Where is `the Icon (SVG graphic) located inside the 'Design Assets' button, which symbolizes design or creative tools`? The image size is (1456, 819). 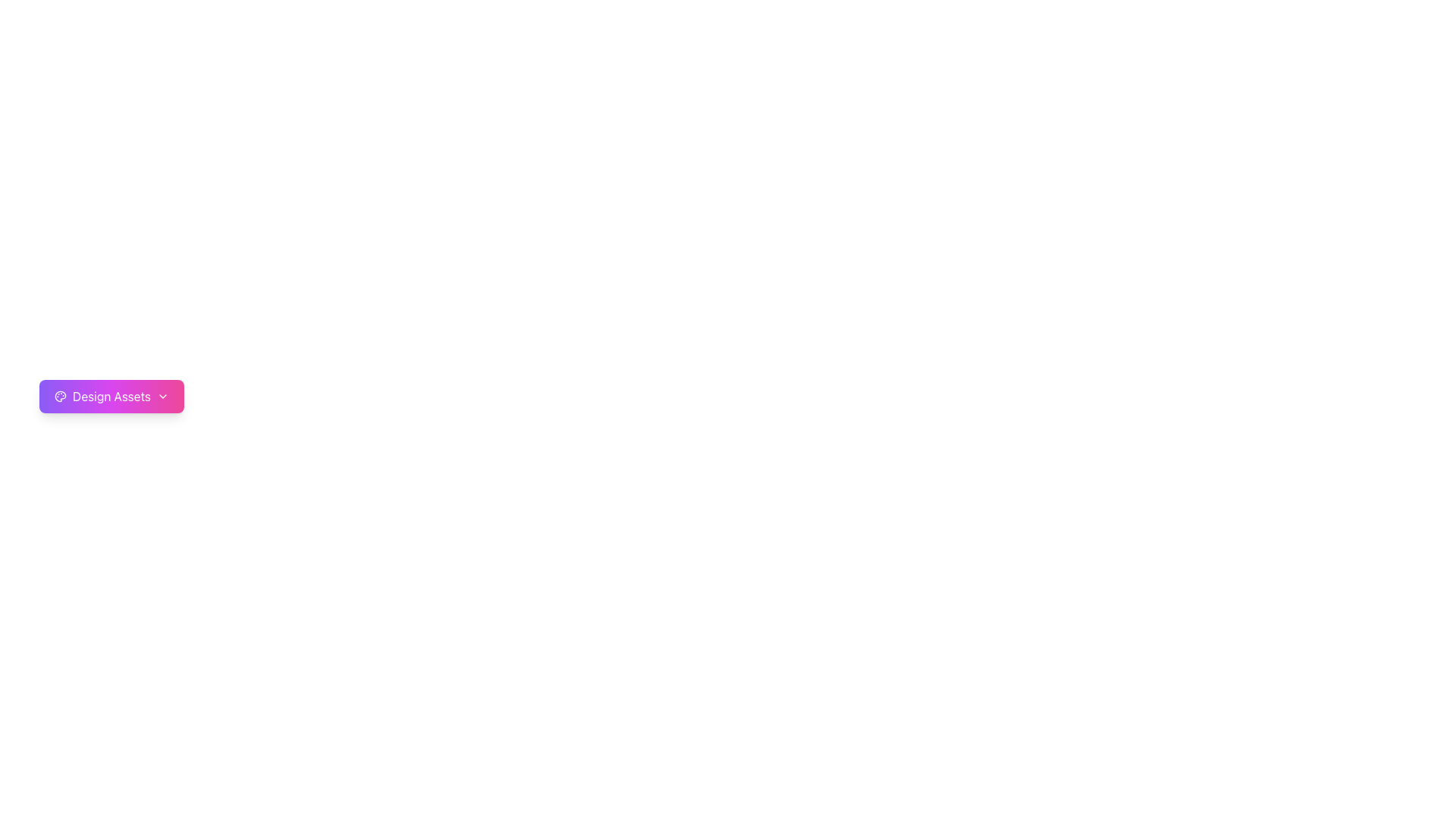
the Icon (SVG graphic) located inside the 'Design Assets' button, which symbolizes design or creative tools is located at coordinates (61, 396).